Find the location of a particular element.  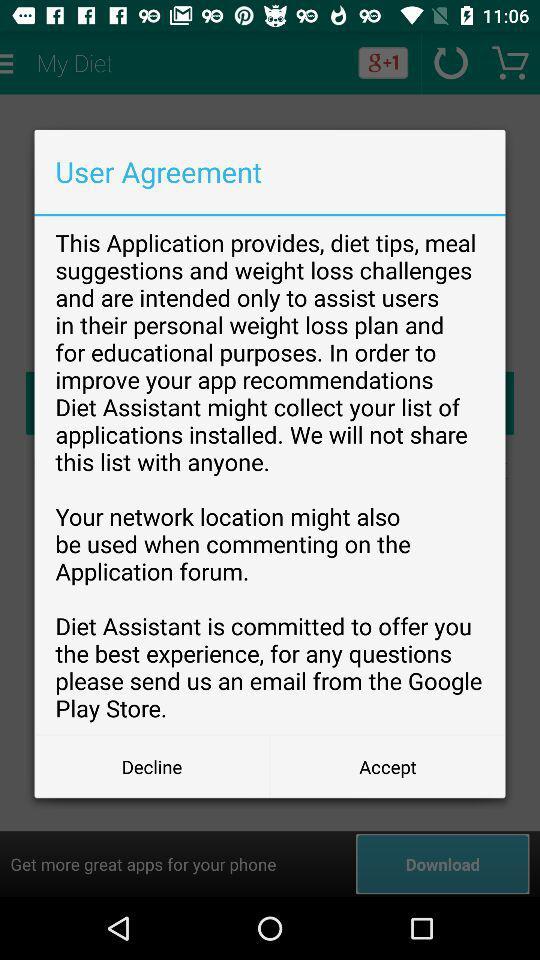

accept icon is located at coordinates (387, 765).